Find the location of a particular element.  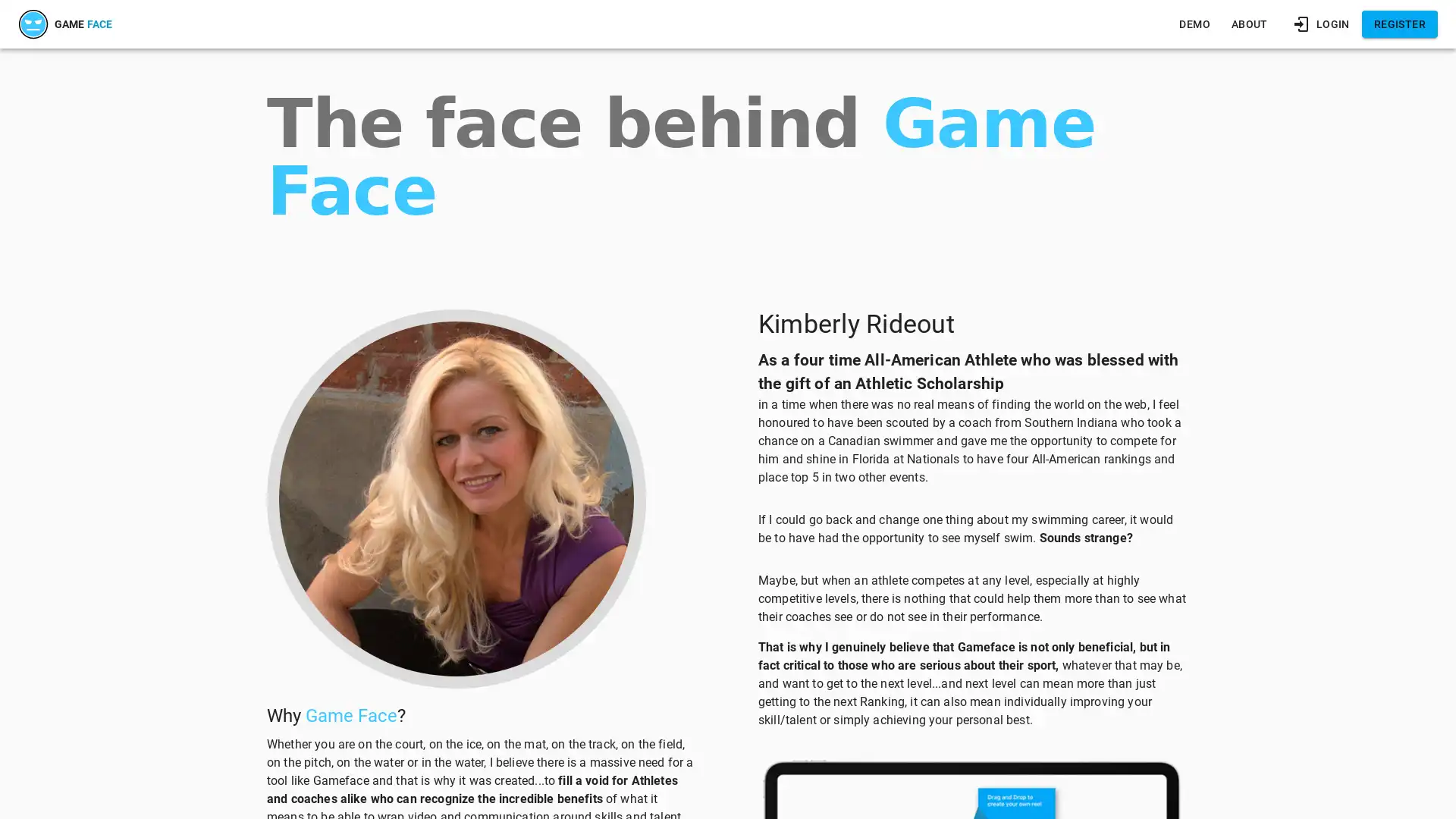

DEMO is located at coordinates (1193, 24).